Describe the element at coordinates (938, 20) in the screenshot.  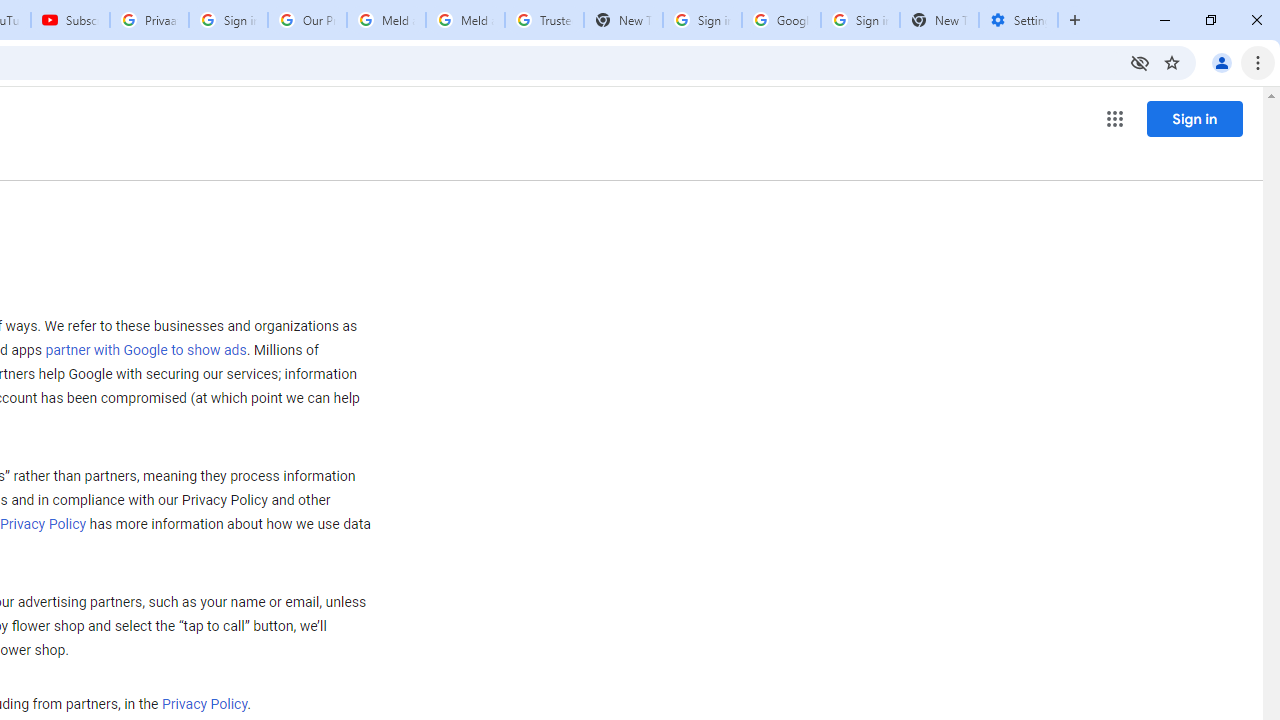
I see `'New Tab'` at that location.